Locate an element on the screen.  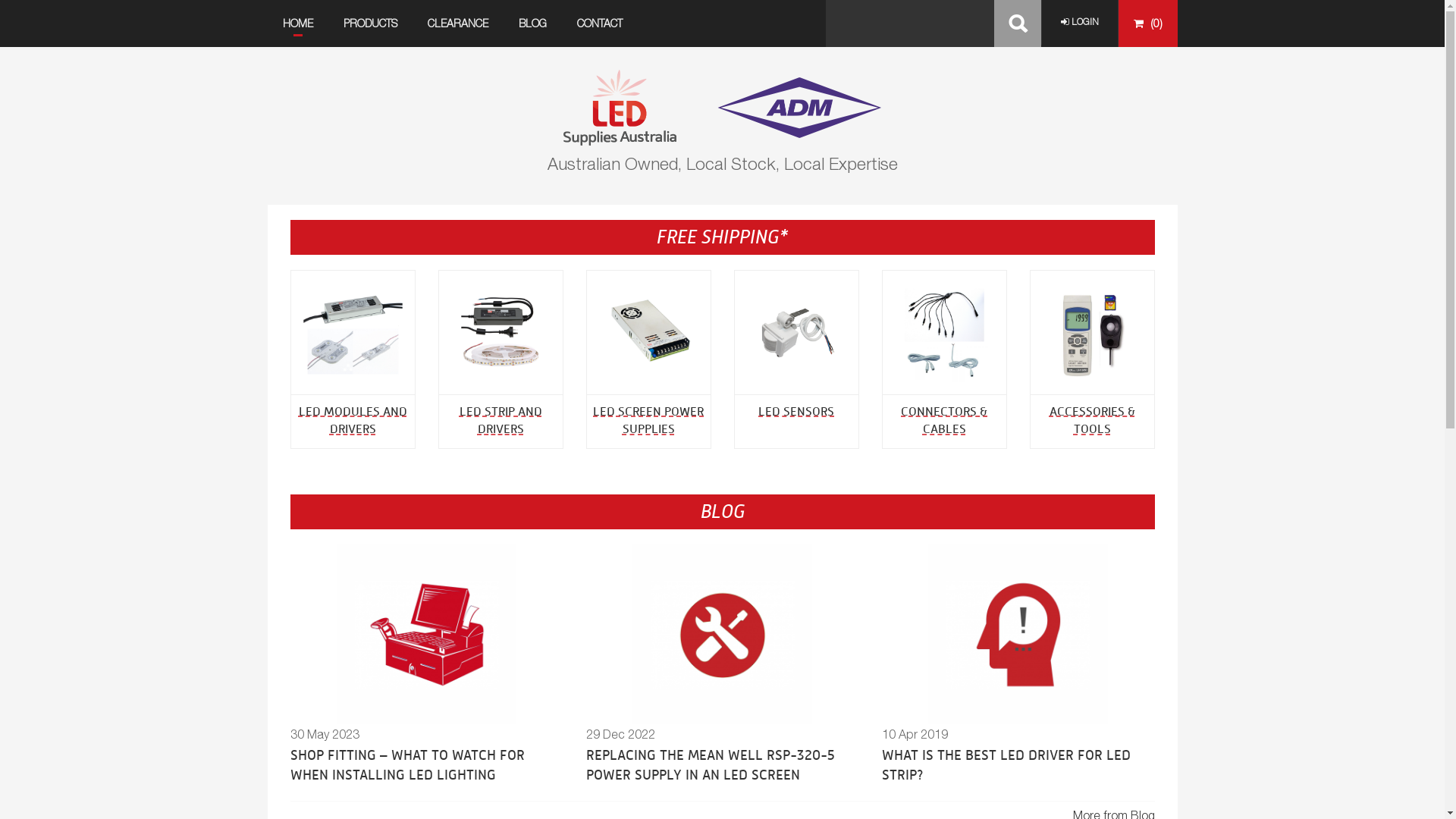
'LOGIN' is located at coordinates (1078, 22).